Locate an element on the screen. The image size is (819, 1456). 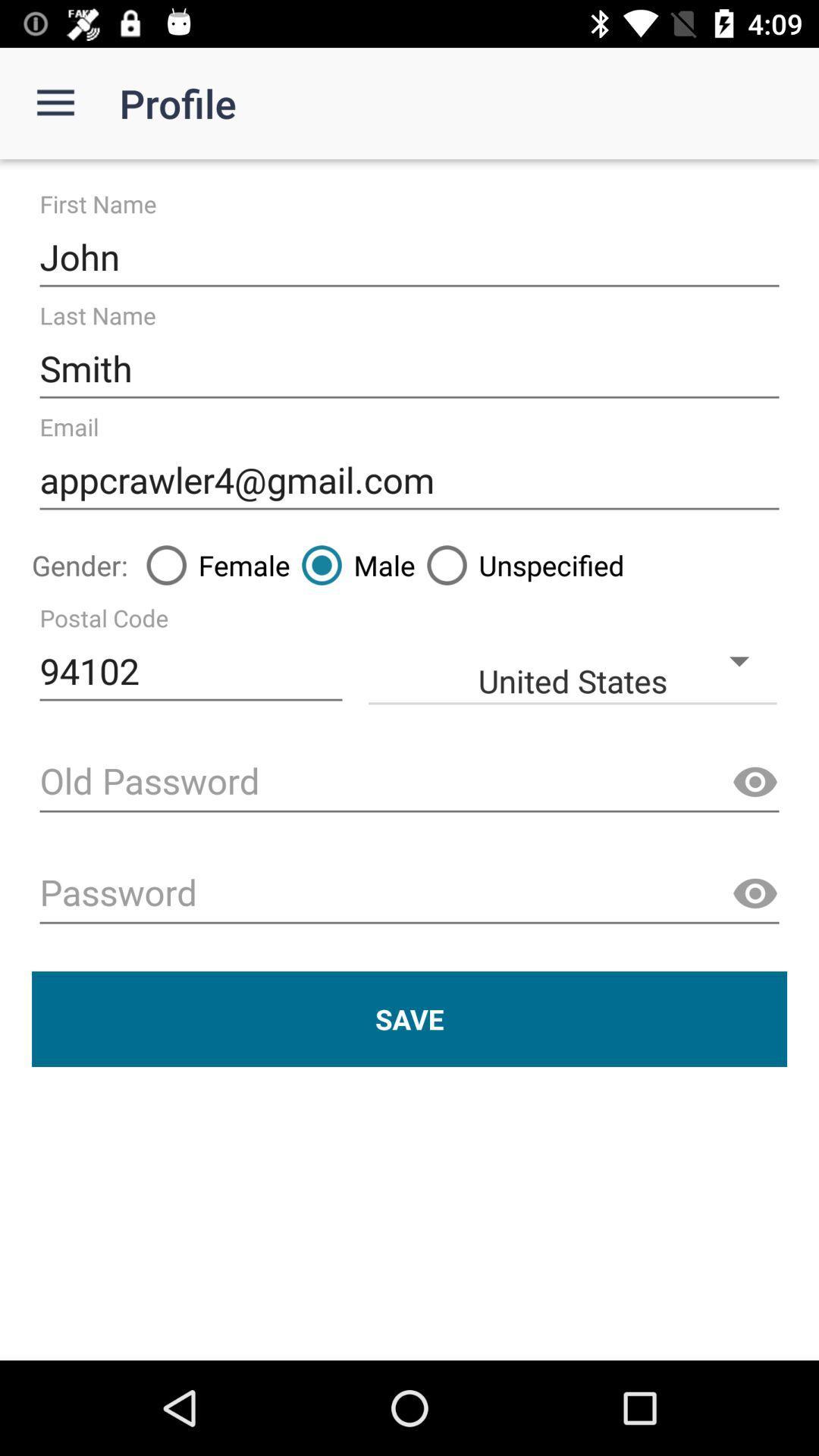
the visibility icon is located at coordinates (755, 894).